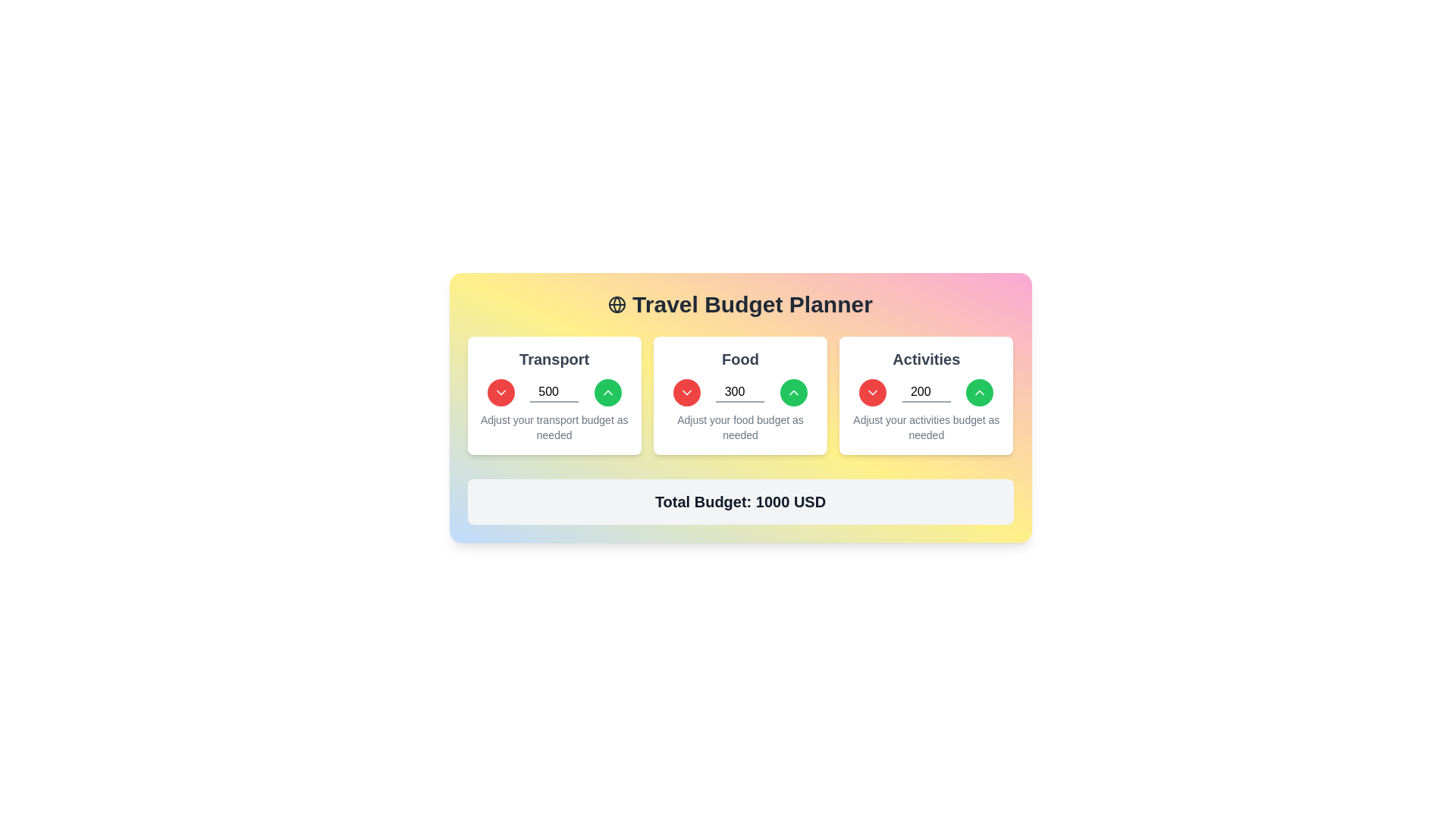  I want to click on the decrement button on the transport budget module, which is the first card in a horizontally aligned grid of budget categories, so click(554, 394).